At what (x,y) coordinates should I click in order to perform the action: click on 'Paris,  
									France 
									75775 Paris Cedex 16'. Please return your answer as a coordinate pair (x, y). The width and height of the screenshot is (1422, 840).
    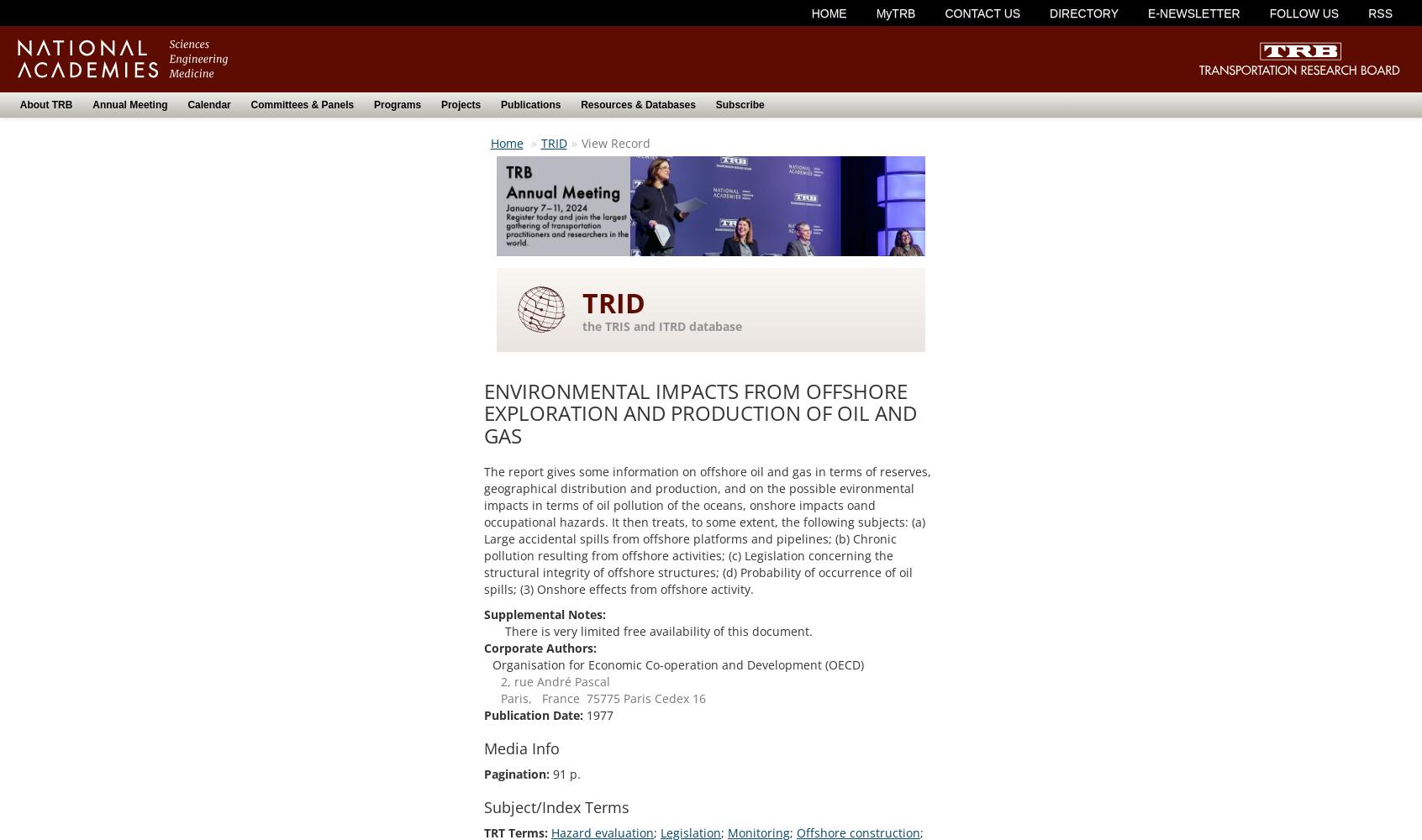
    Looking at the image, I should click on (499, 697).